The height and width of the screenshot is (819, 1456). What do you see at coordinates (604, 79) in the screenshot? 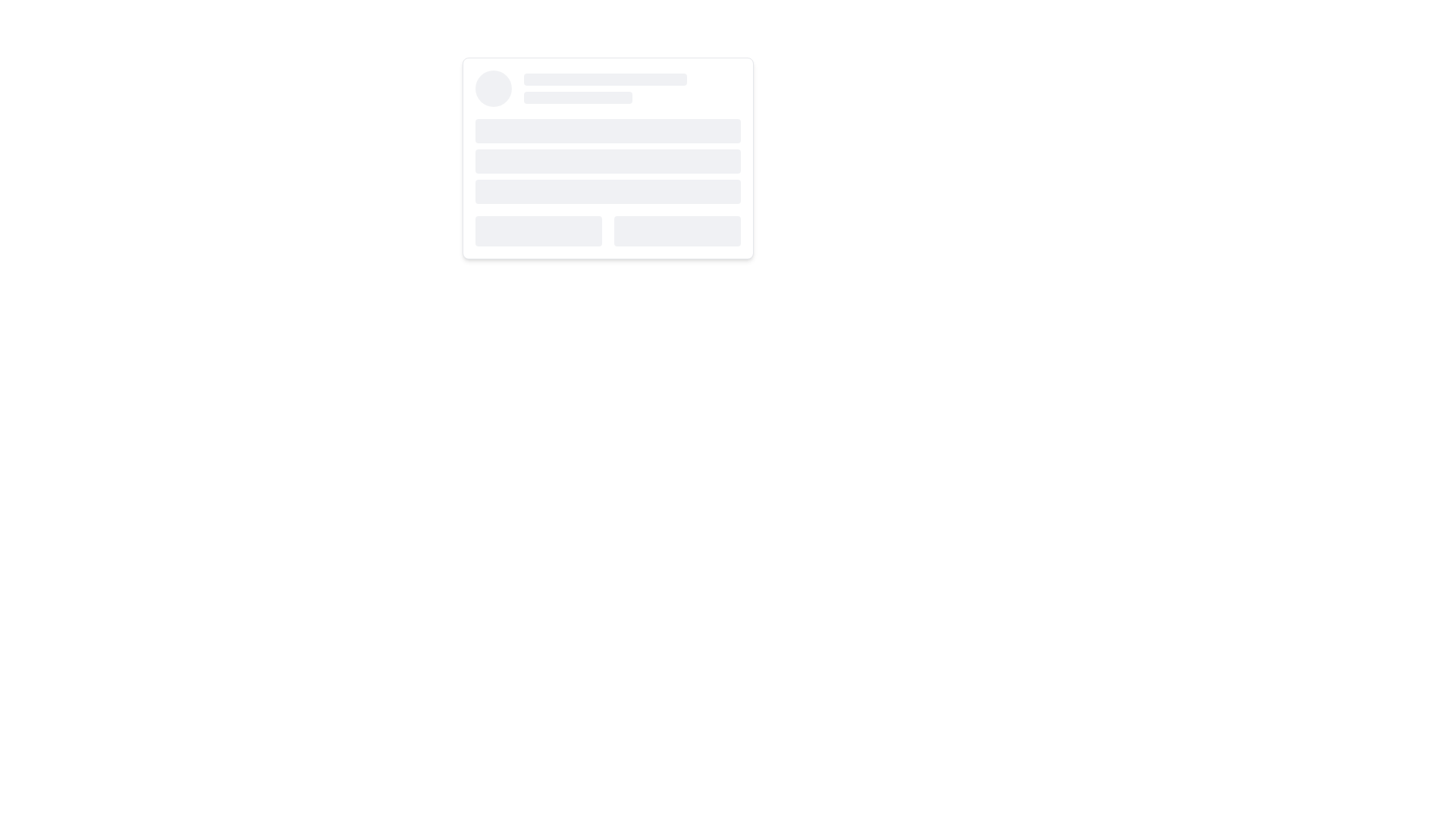
I see `the first Skeleton placeholder element located at the top-left corner of the interface` at bounding box center [604, 79].